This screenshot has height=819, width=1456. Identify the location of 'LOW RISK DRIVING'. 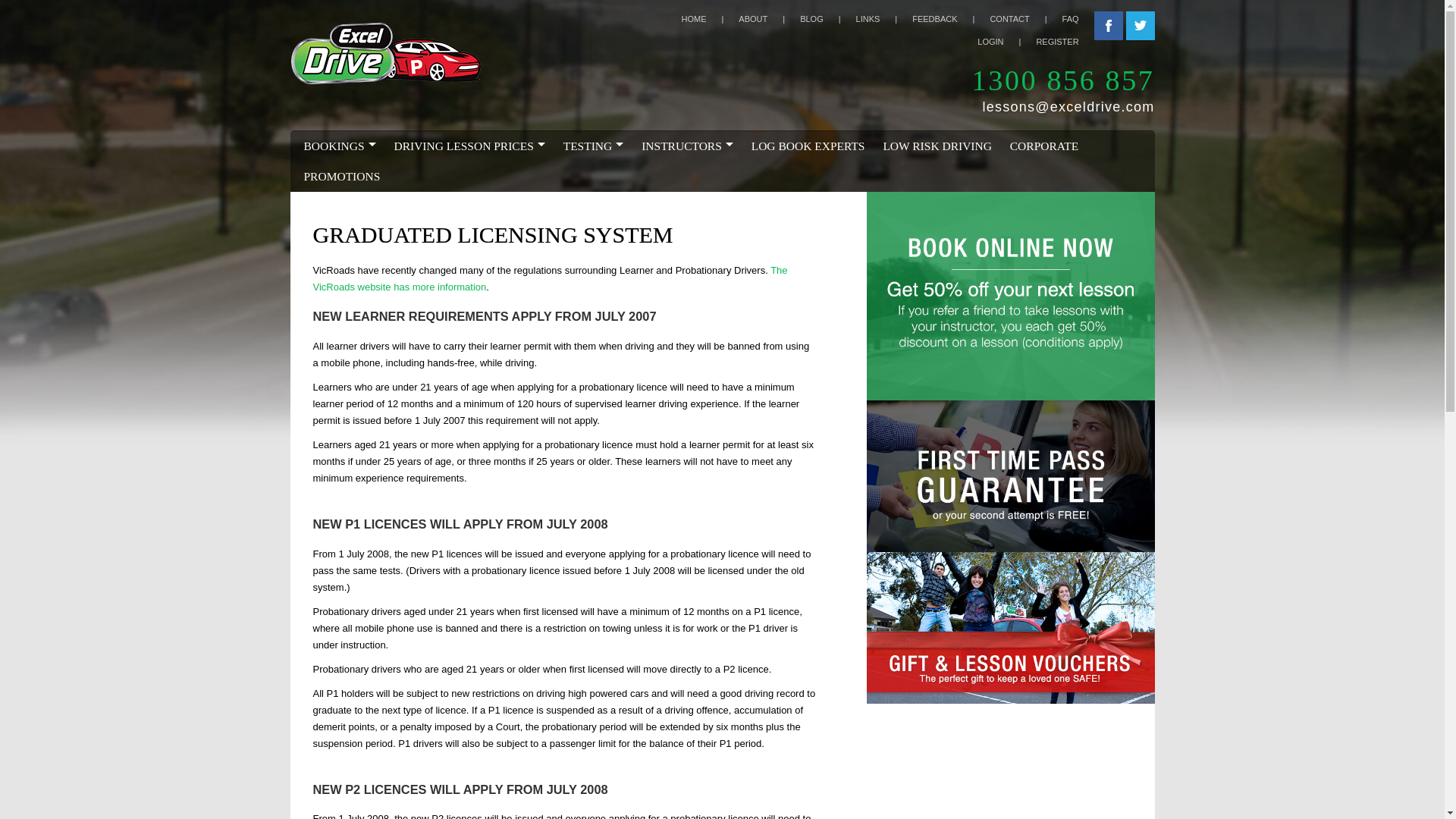
(937, 146).